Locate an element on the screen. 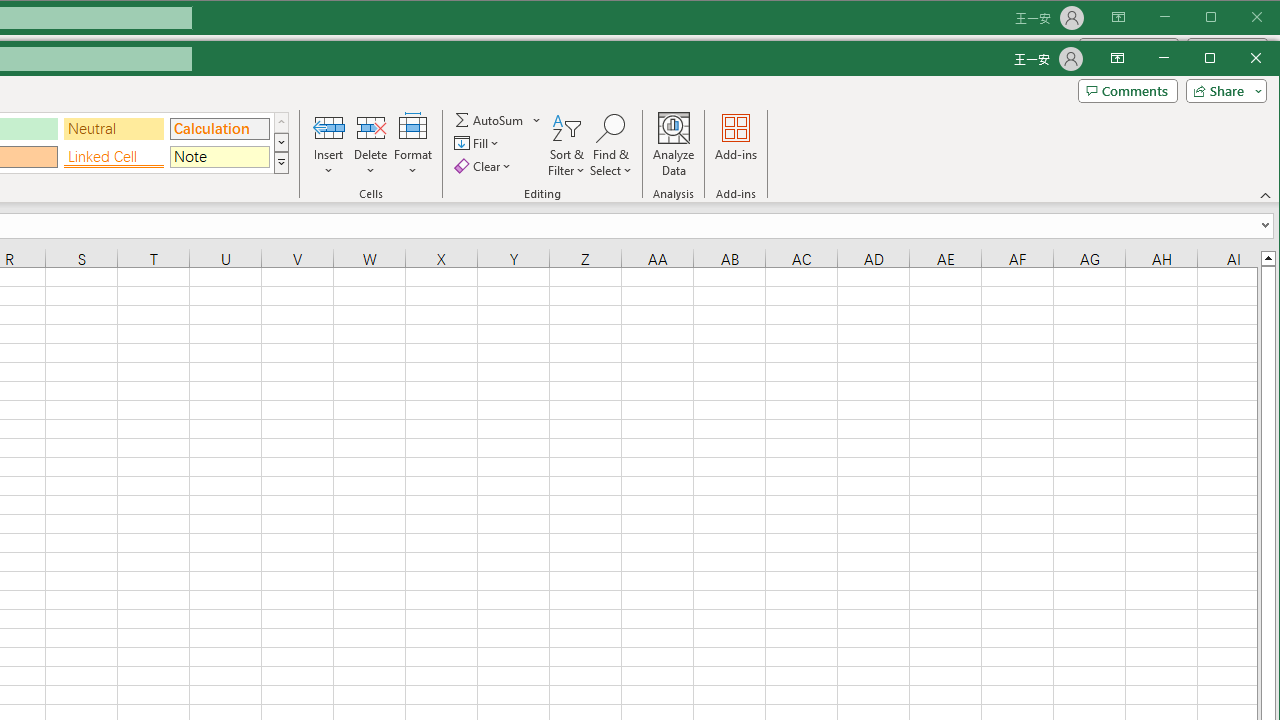 Image resolution: width=1280 pixels, height=720 pixels. 'Class: NetUIImage' is located at coordinates (280, 162).